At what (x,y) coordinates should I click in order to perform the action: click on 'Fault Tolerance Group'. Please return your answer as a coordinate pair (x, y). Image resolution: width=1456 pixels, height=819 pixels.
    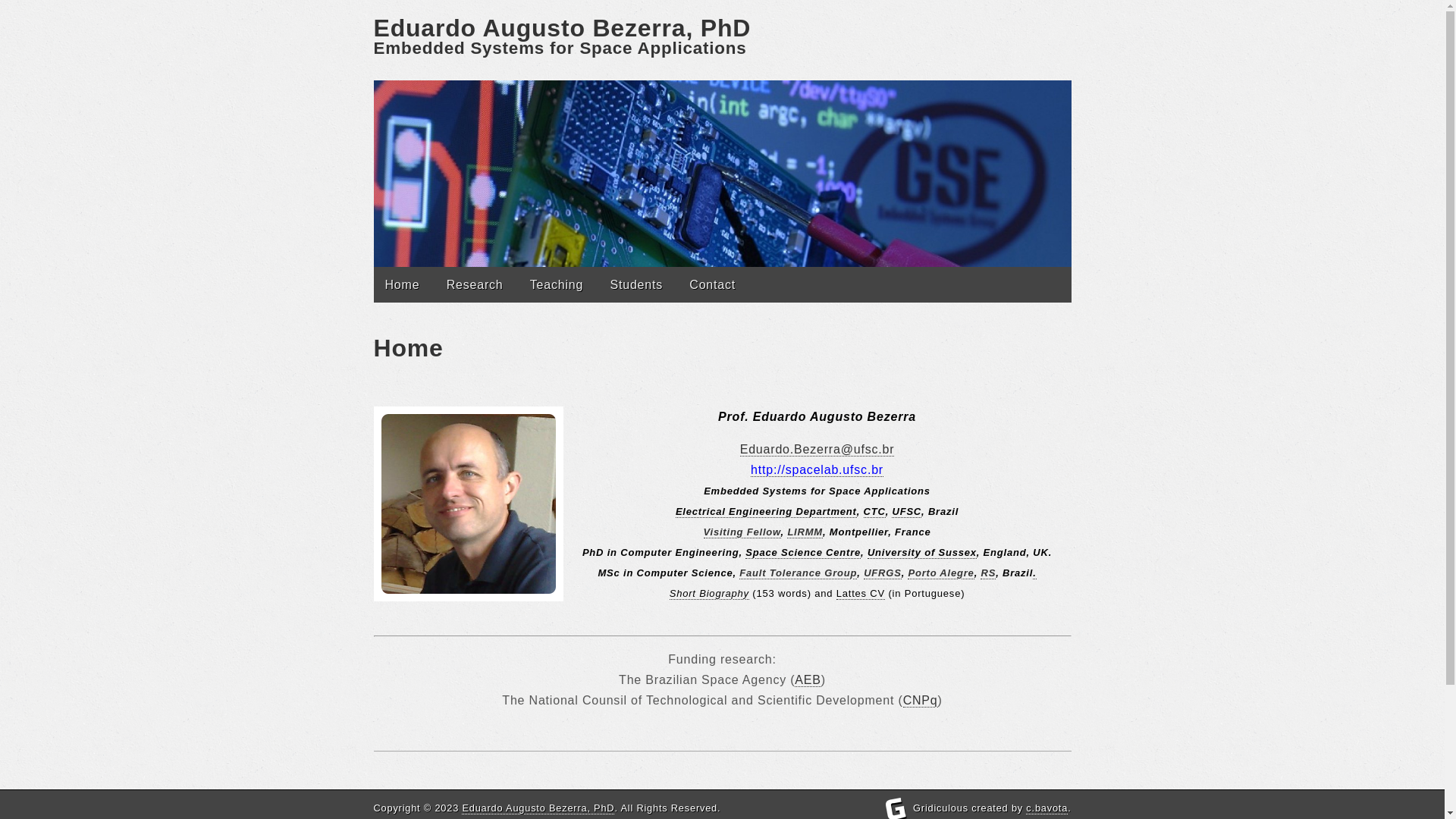
    Looking at the image, I should click on (797, 573).